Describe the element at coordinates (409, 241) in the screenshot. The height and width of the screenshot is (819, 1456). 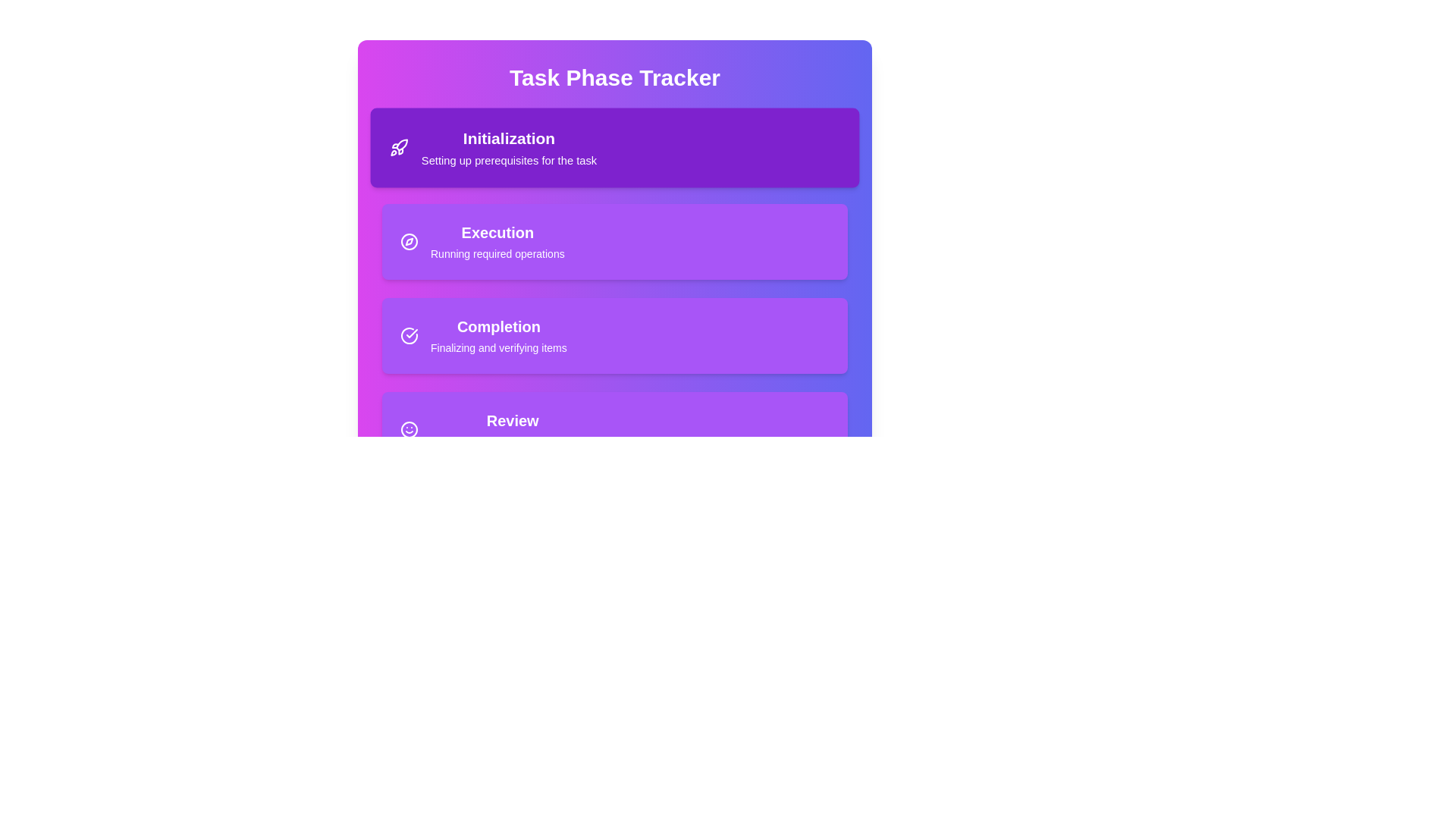
I see `the circular SVG graphical component that serves as a decorative marker within the compass icon in the 'Execution' row` at that location.